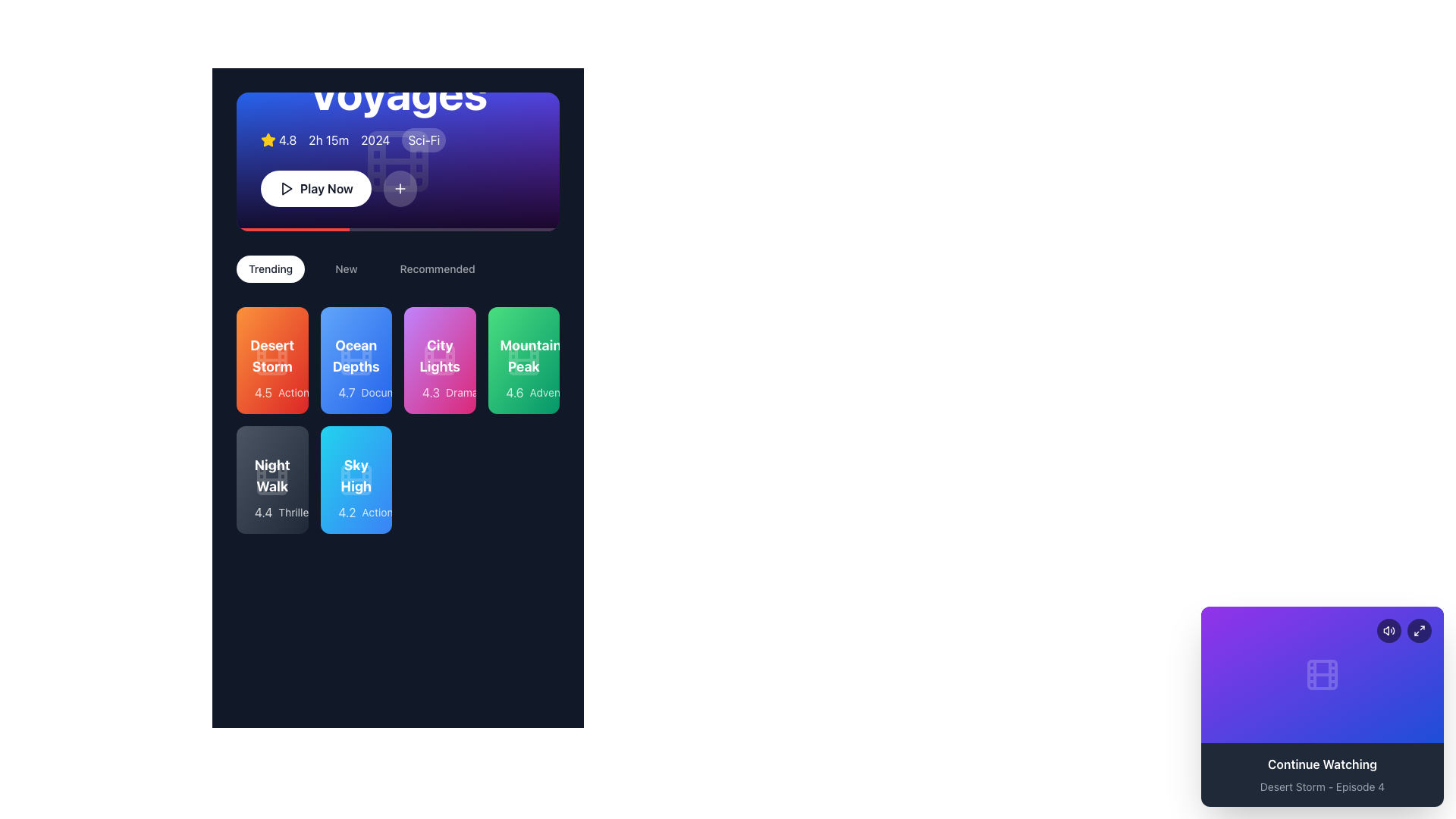 The height and width of the screenshot is (819, 1456). What do you see at coordinates (461, 392) in the screenshot?
I see `text content of the text label displaying 'Drama' with a pink background, located in the bottom-right portion of the movie card for 'City Lights.'` at bounding box center [461, 392].